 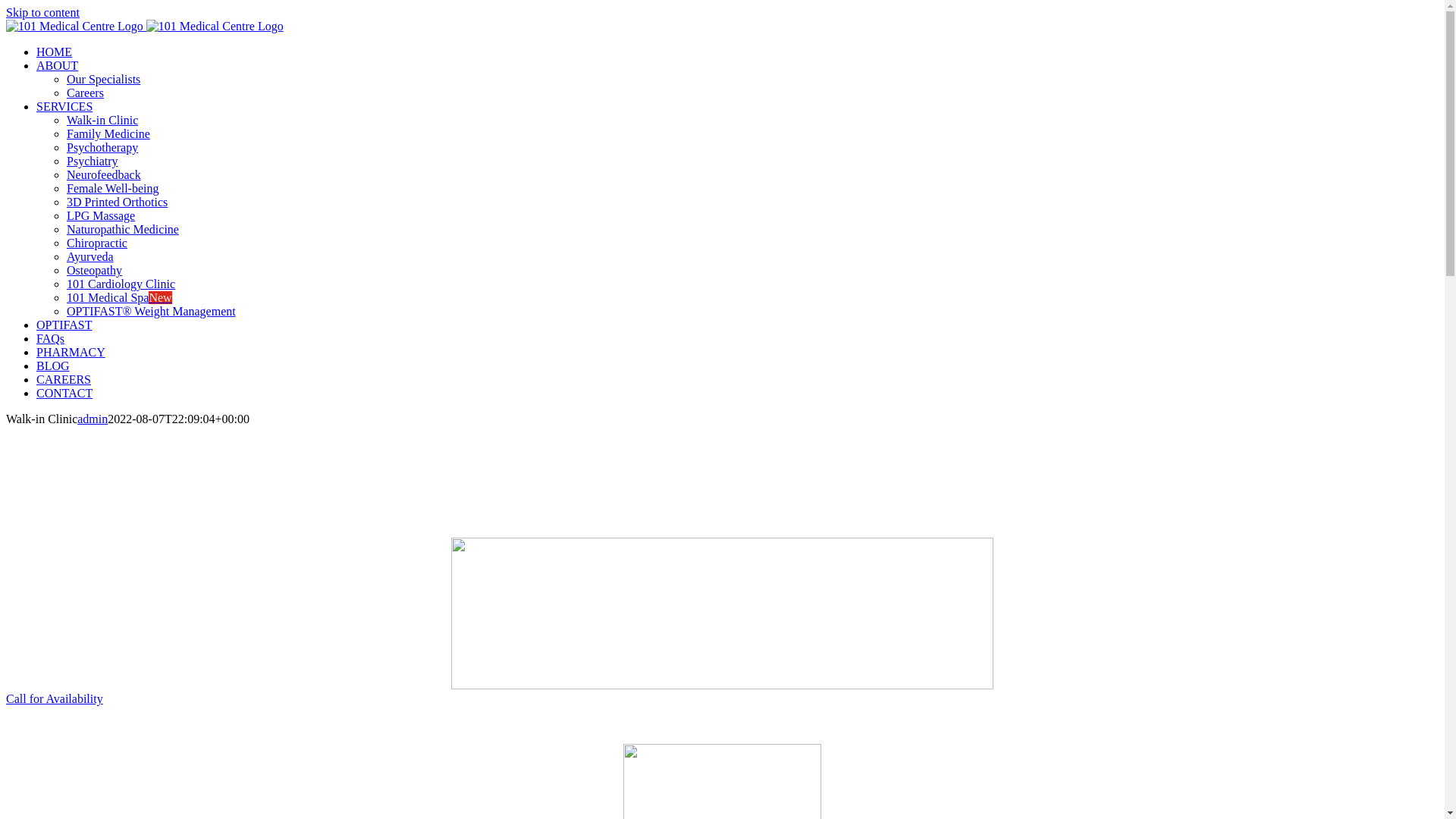 What do you see at coordinates (65, 147) in the screenshot?
I see `'Psychotherapy'` at bounding box center [65, 147].